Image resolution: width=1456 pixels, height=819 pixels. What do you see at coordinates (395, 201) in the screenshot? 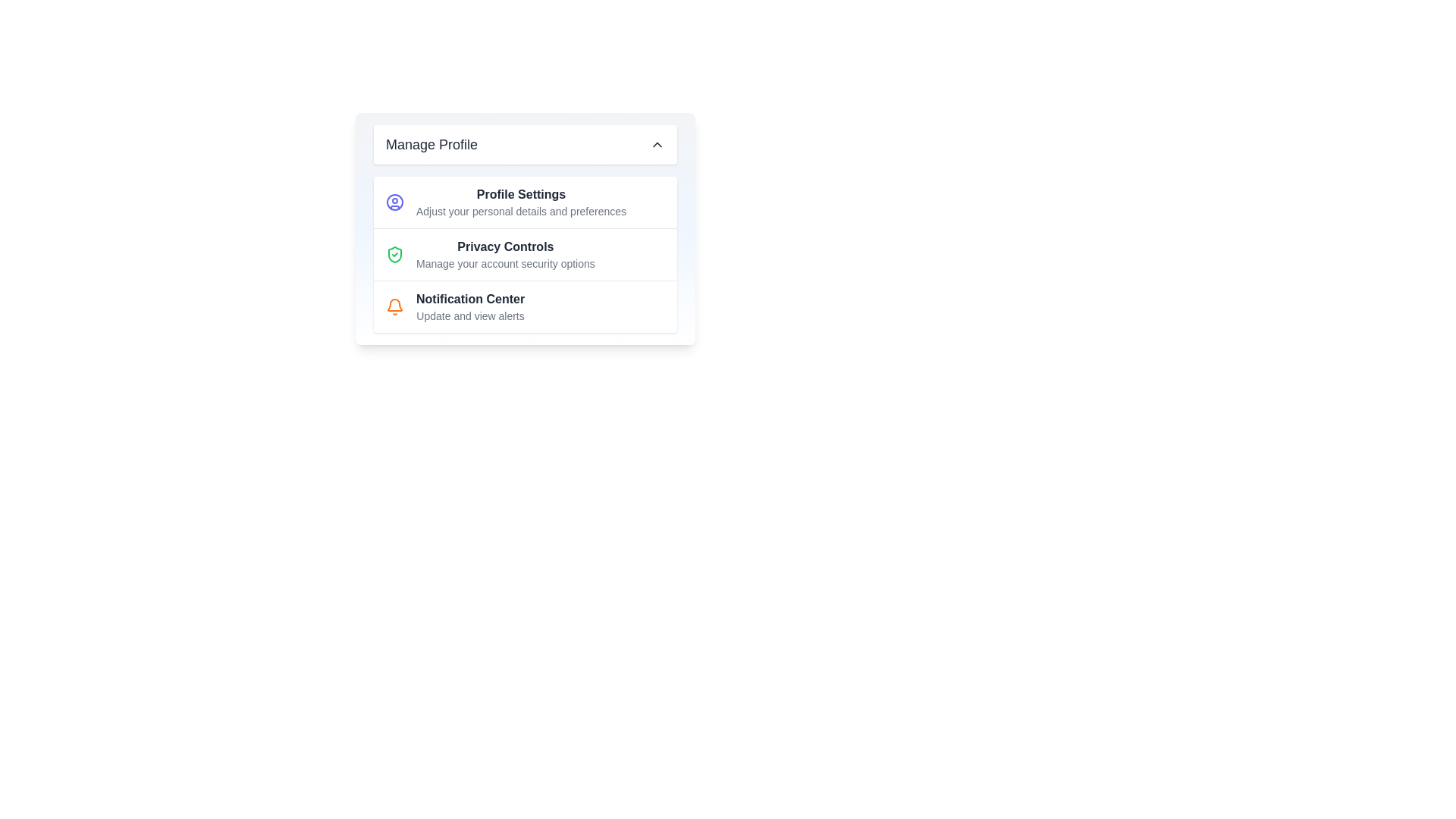
I see `the largest circular SVG element in the user profile icon, which is centered in the SVG bounds and has a diameter of 20 units` at bounding box center [395, 201].